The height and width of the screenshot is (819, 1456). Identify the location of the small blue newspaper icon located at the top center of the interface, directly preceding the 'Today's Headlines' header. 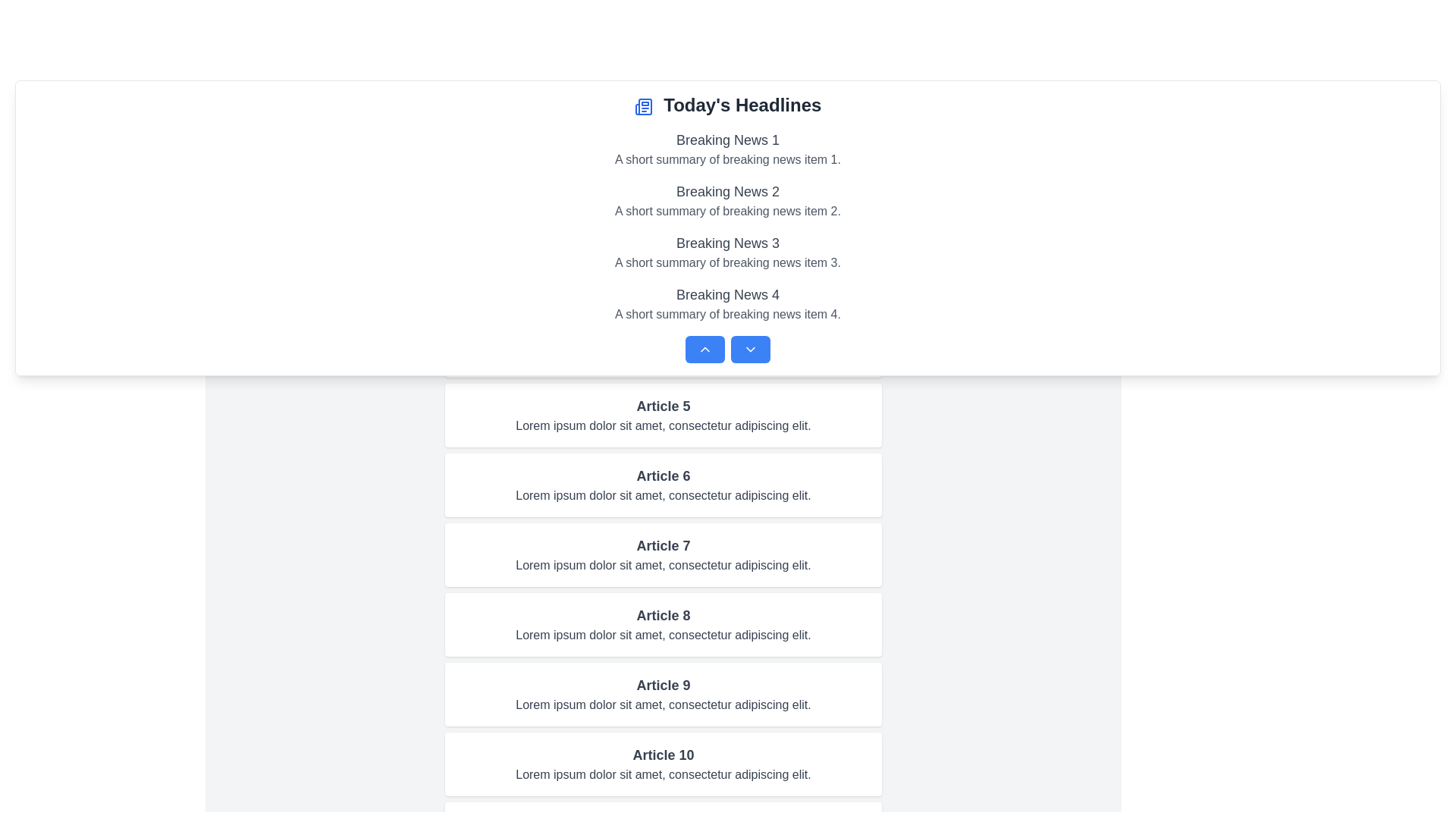
(643, 105).